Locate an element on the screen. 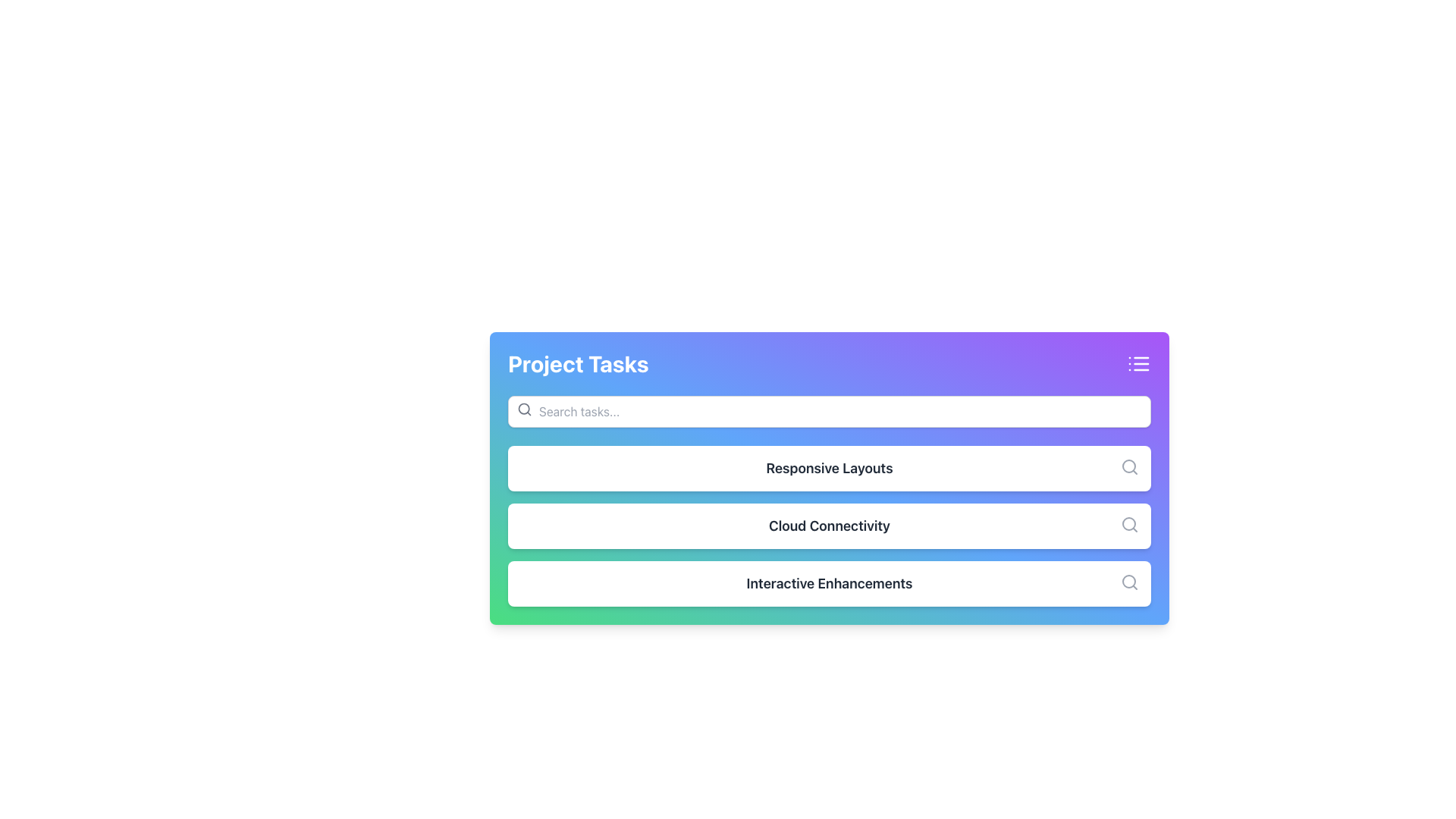  the title text within the card layout related to 'Responsive Layouts' is located at coordinates (829, 479).